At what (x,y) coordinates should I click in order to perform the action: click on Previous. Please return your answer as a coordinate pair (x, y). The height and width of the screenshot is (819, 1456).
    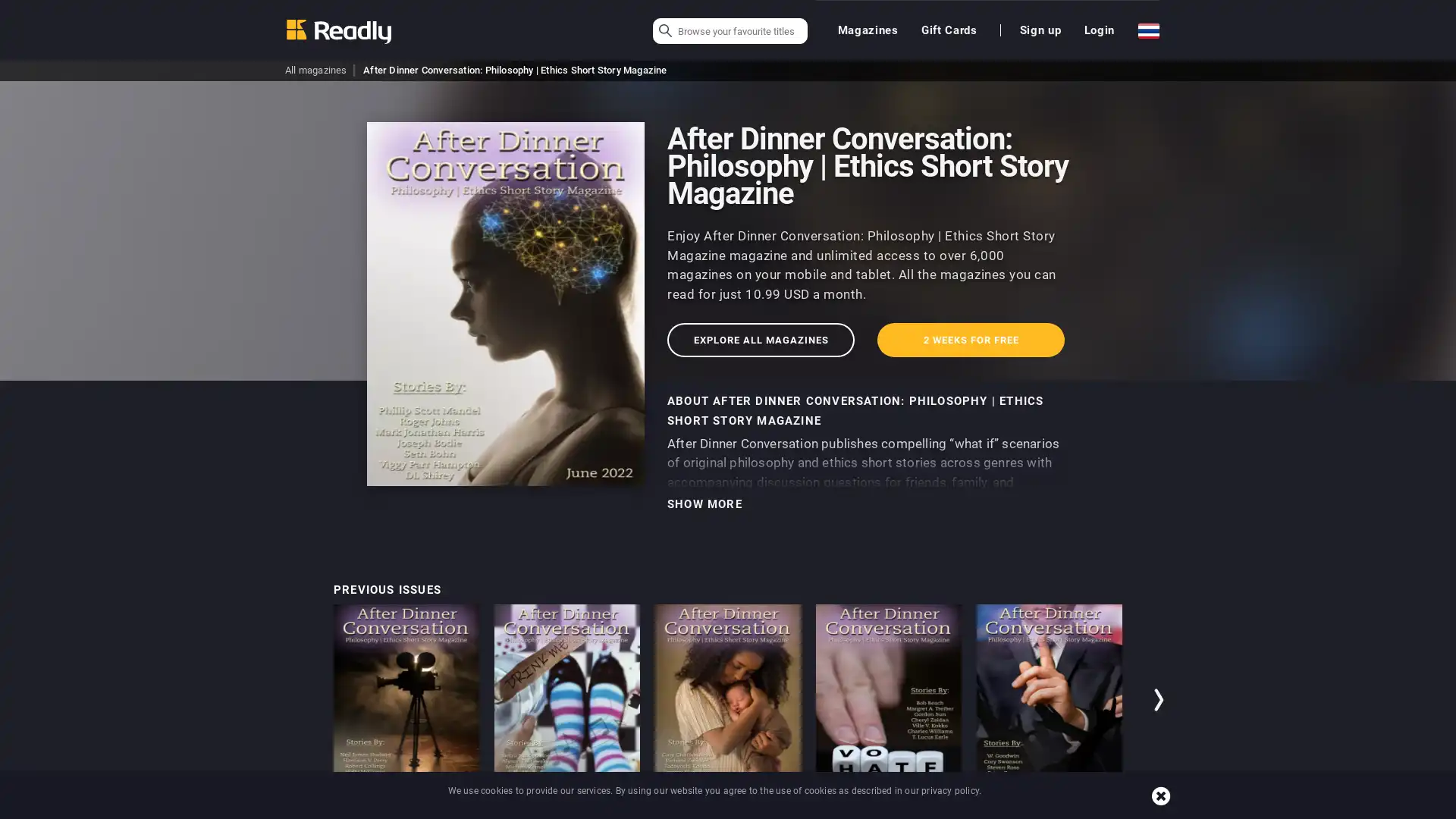
    Looking at the image, I should click on (295, 699).